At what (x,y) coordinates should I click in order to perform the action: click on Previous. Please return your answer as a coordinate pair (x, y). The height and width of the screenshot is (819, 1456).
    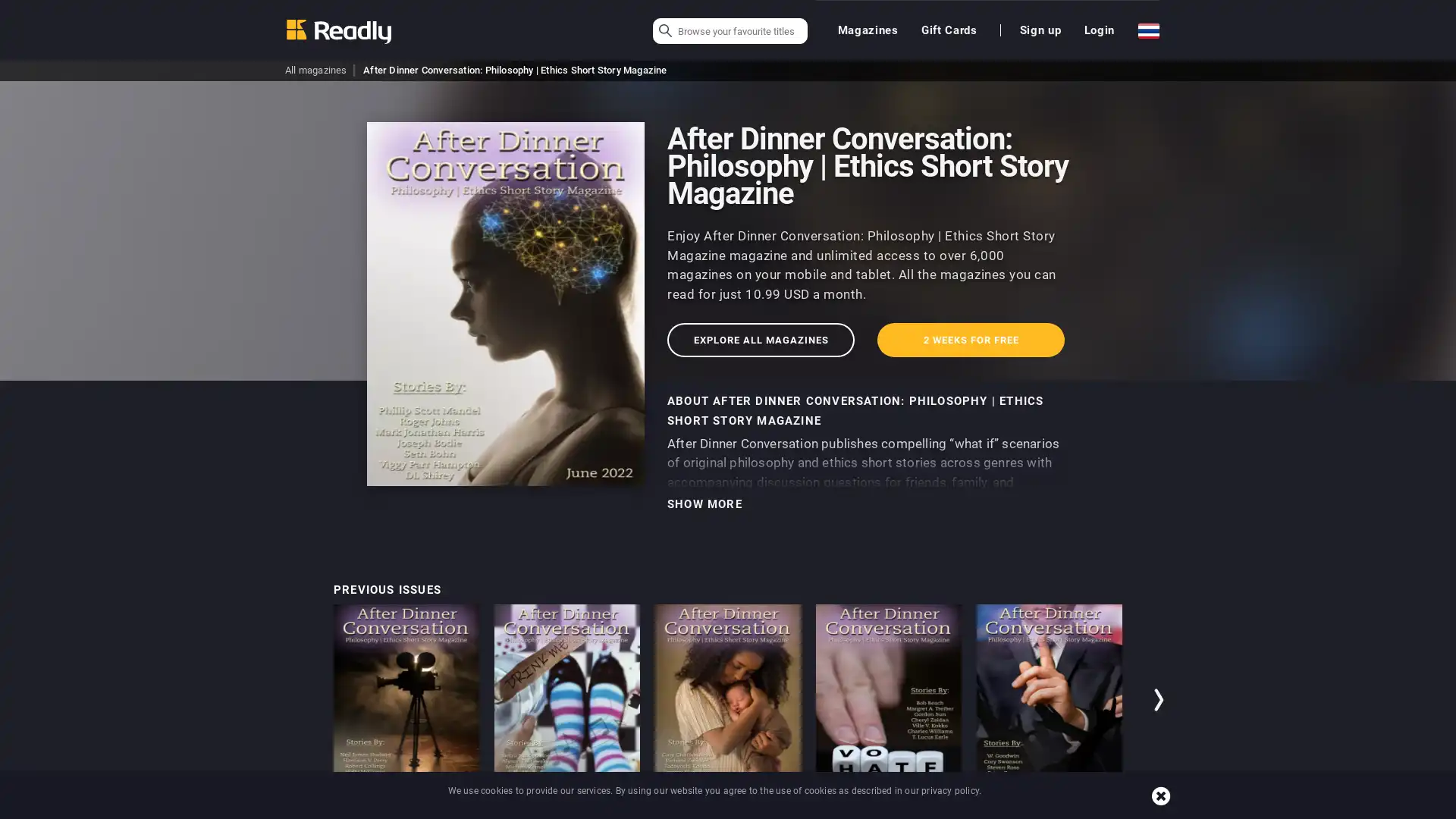
    Looking at the image, I should click on (295, 699).